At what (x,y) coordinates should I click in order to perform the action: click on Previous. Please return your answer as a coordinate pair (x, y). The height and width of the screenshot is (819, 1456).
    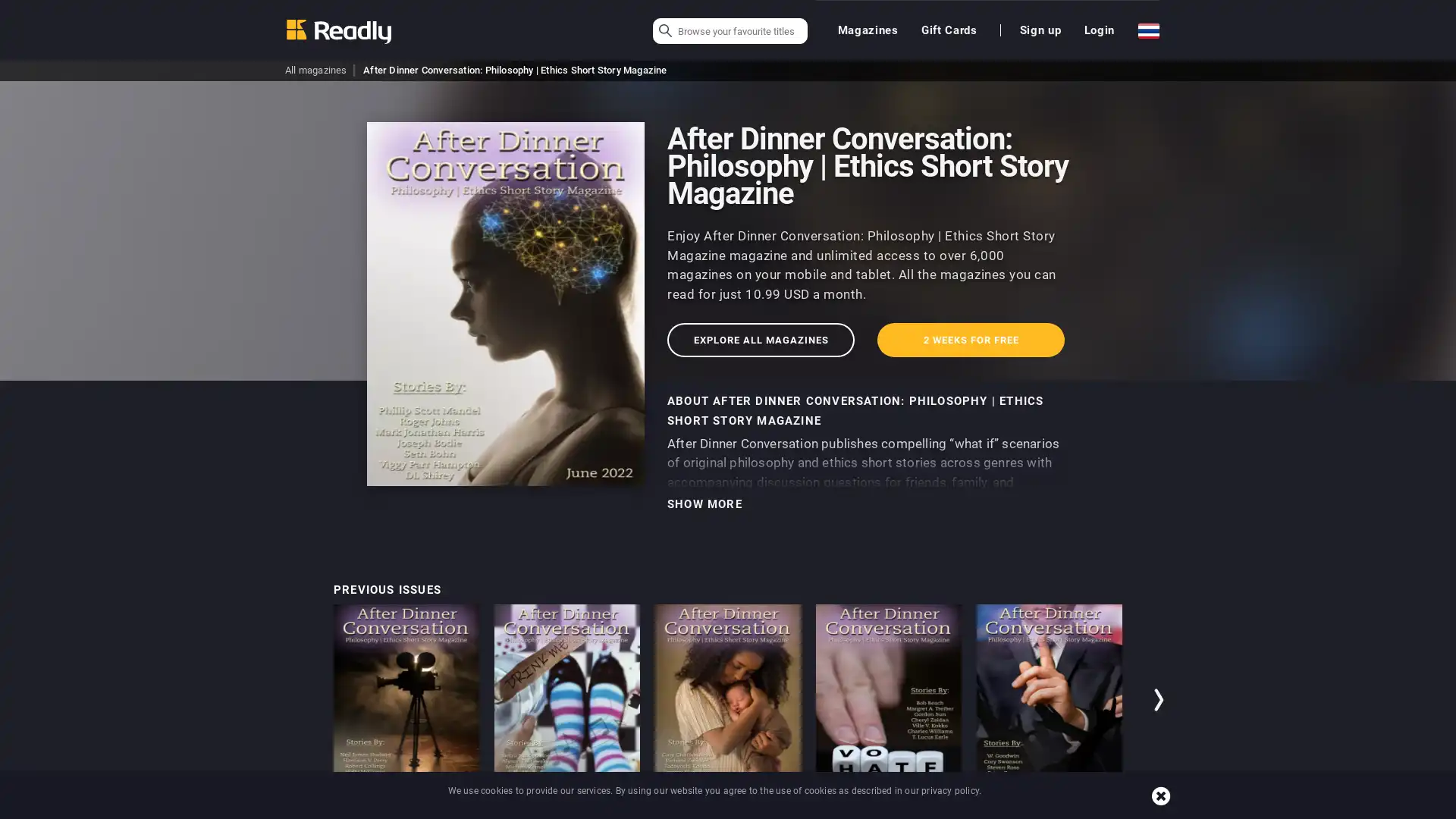
    Looking at the image, I should click on (295, 699).